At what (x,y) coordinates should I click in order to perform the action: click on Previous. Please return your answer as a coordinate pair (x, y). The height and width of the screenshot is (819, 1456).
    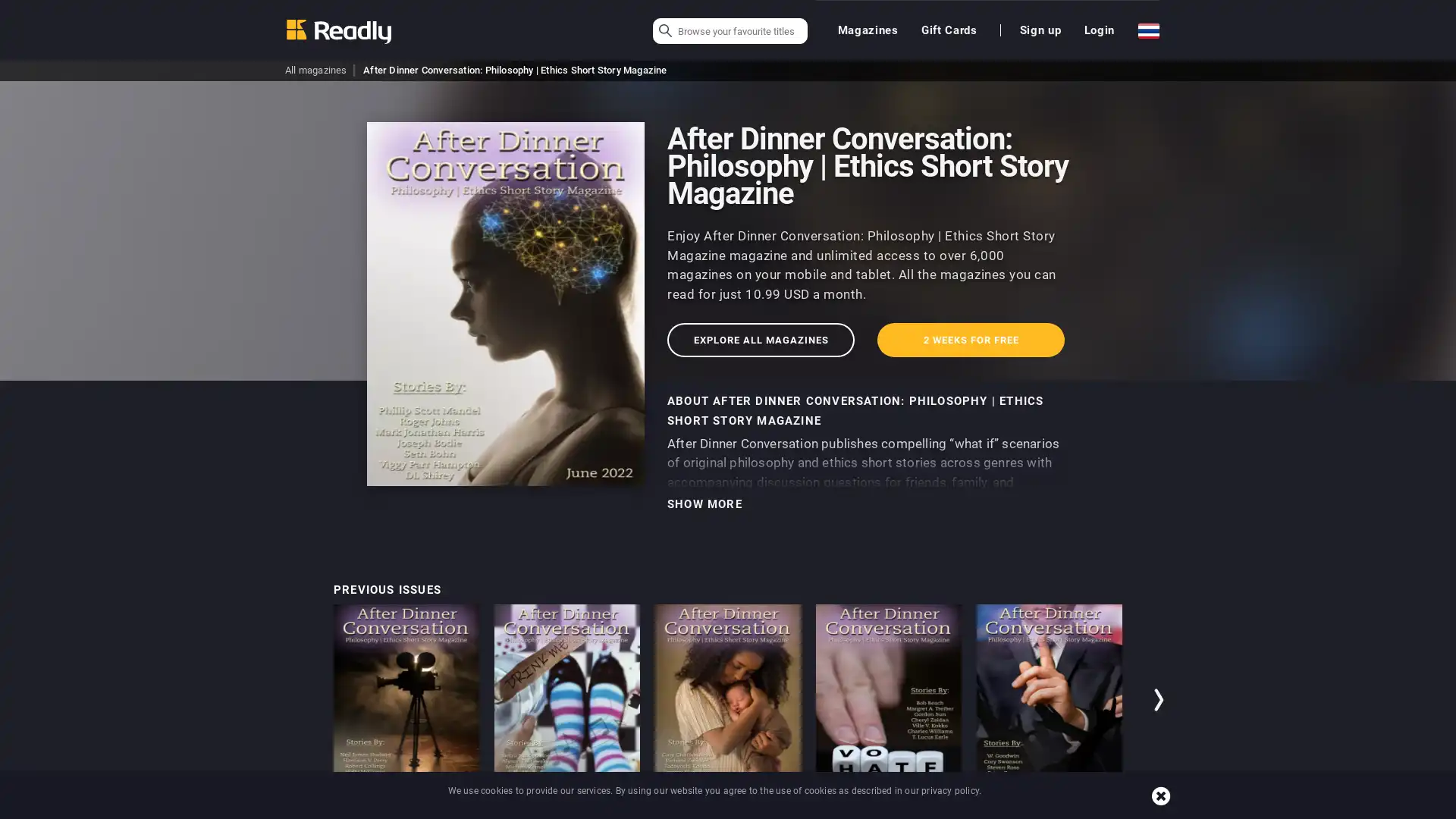
    Looking at the image, I should click on (295, 699).